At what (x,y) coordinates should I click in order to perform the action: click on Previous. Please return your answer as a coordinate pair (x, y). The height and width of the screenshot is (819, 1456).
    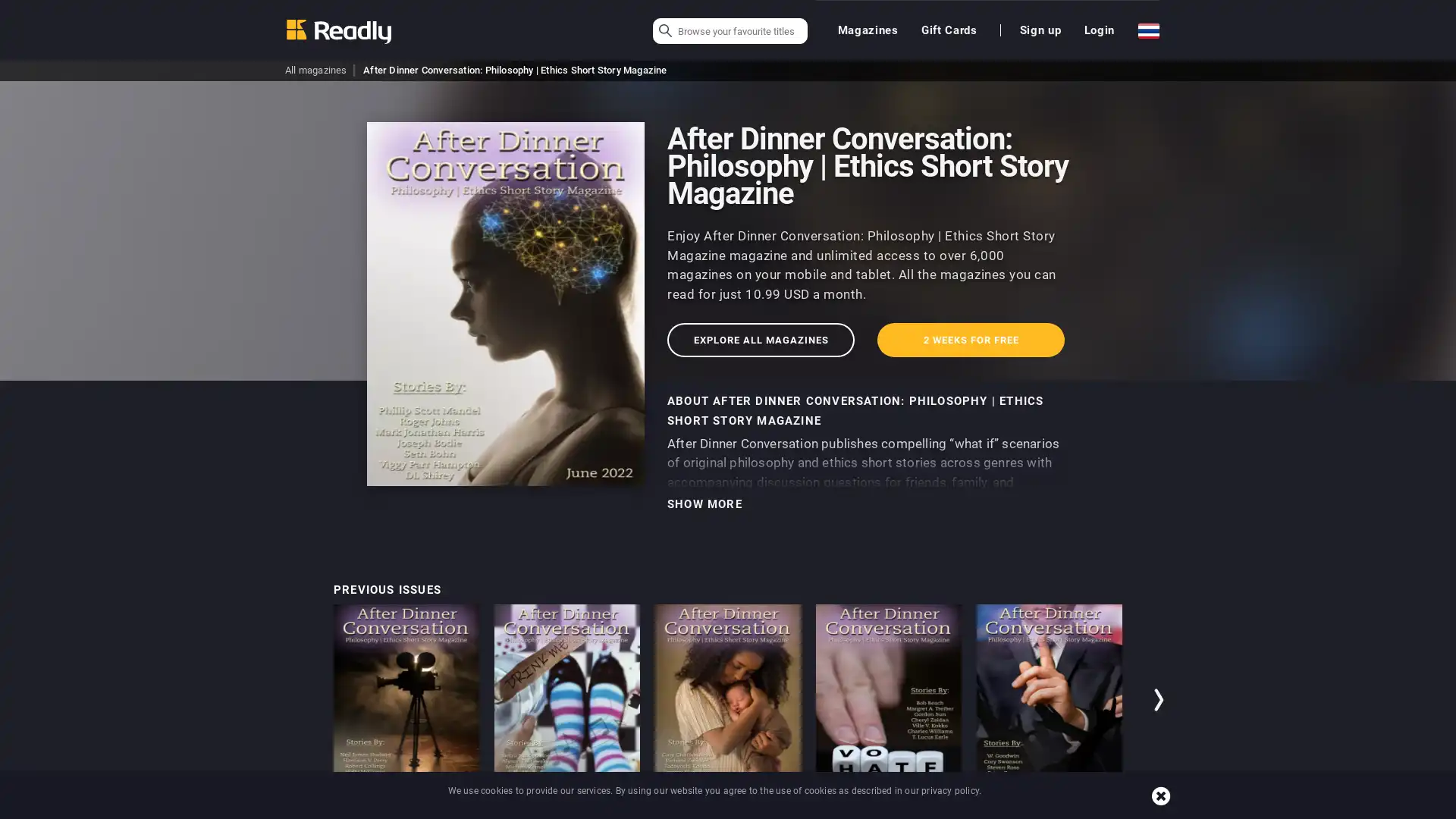
    Looking at the image, I should click on (295, 699).